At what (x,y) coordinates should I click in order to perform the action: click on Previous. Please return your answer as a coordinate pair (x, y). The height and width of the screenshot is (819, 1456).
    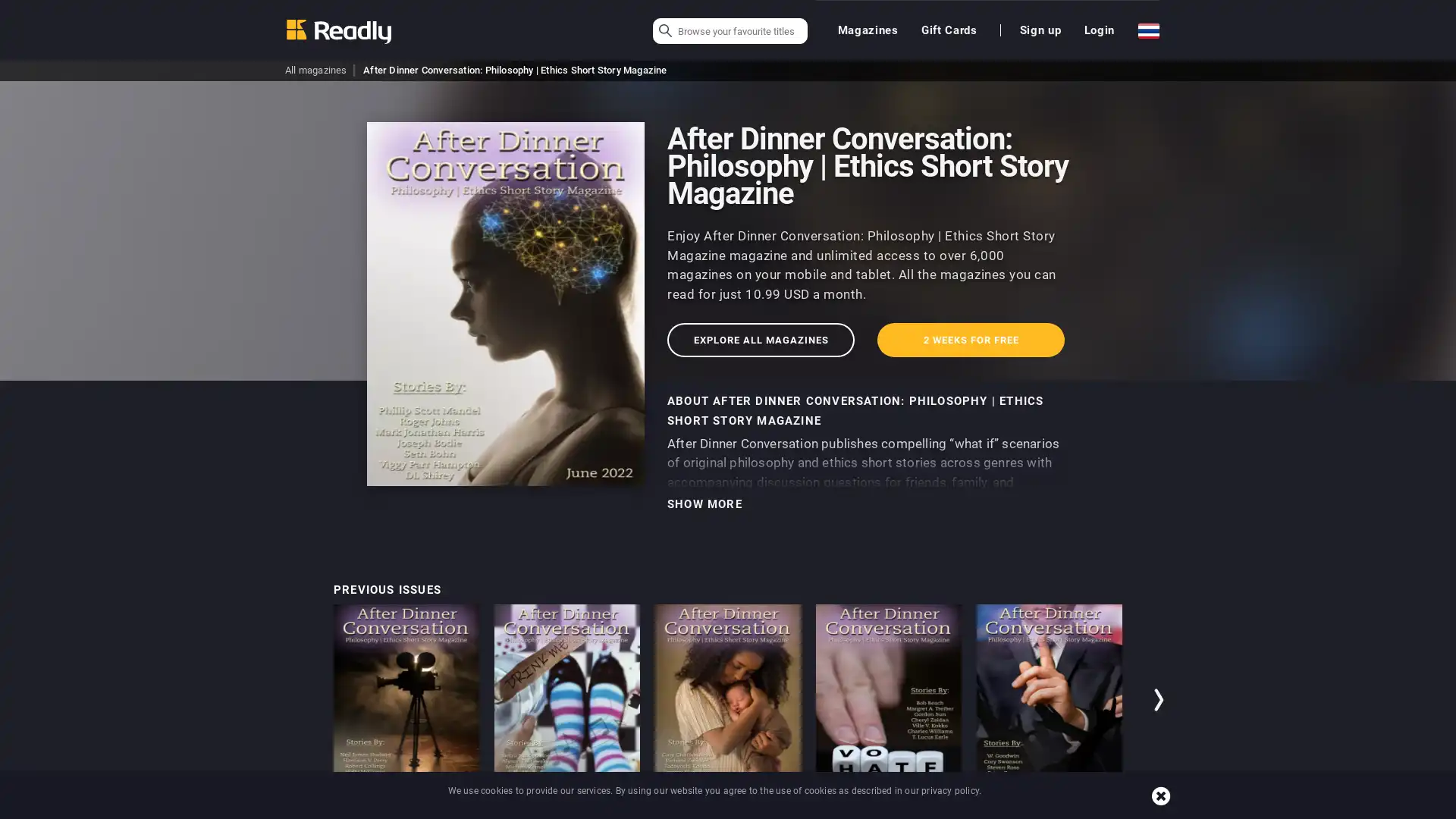
    Looking at the image, I should click on (295, 699).